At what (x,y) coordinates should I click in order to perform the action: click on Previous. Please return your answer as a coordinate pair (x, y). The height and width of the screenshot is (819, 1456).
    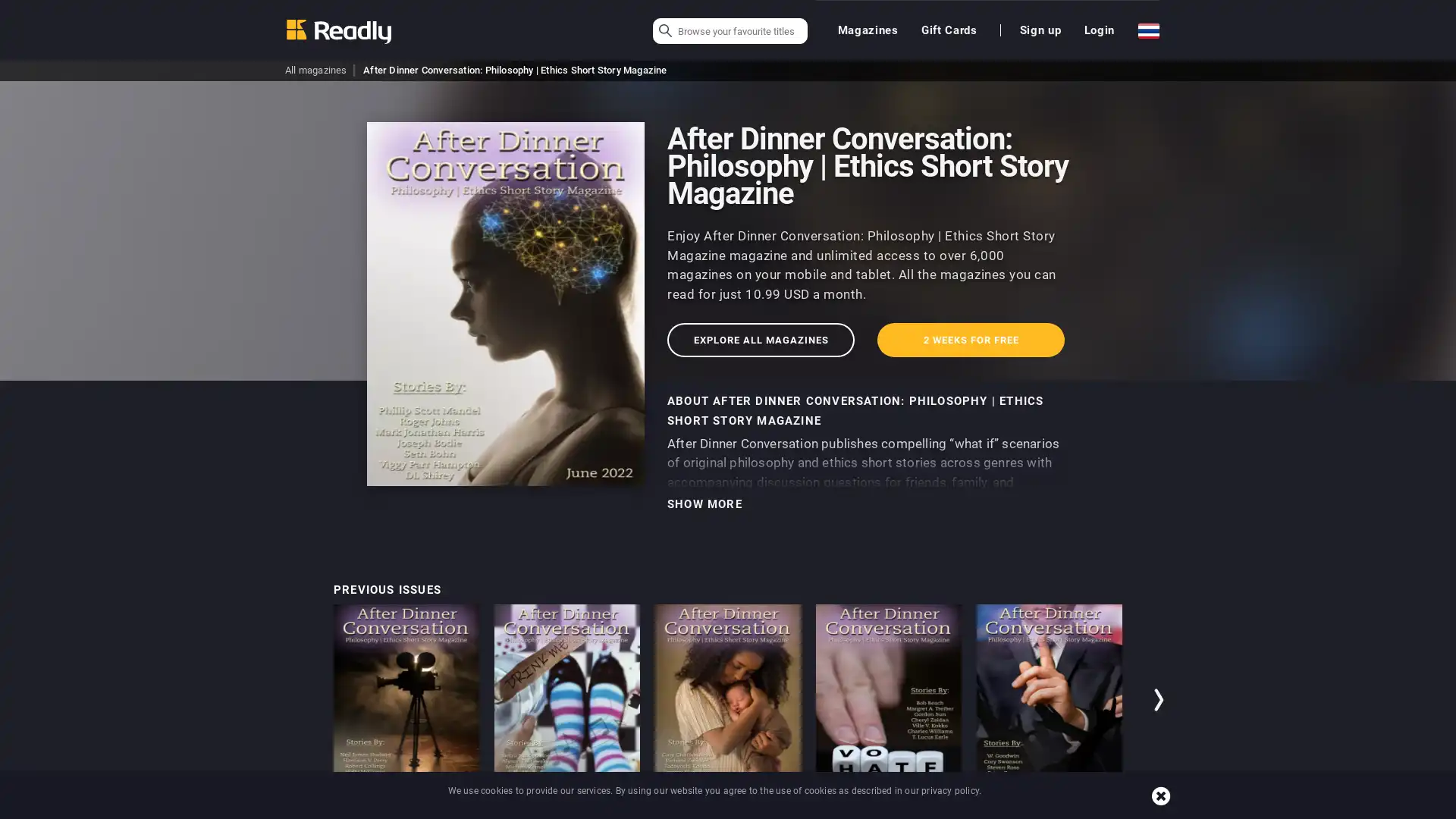
    Looking at the image, I should click on (295, 699).